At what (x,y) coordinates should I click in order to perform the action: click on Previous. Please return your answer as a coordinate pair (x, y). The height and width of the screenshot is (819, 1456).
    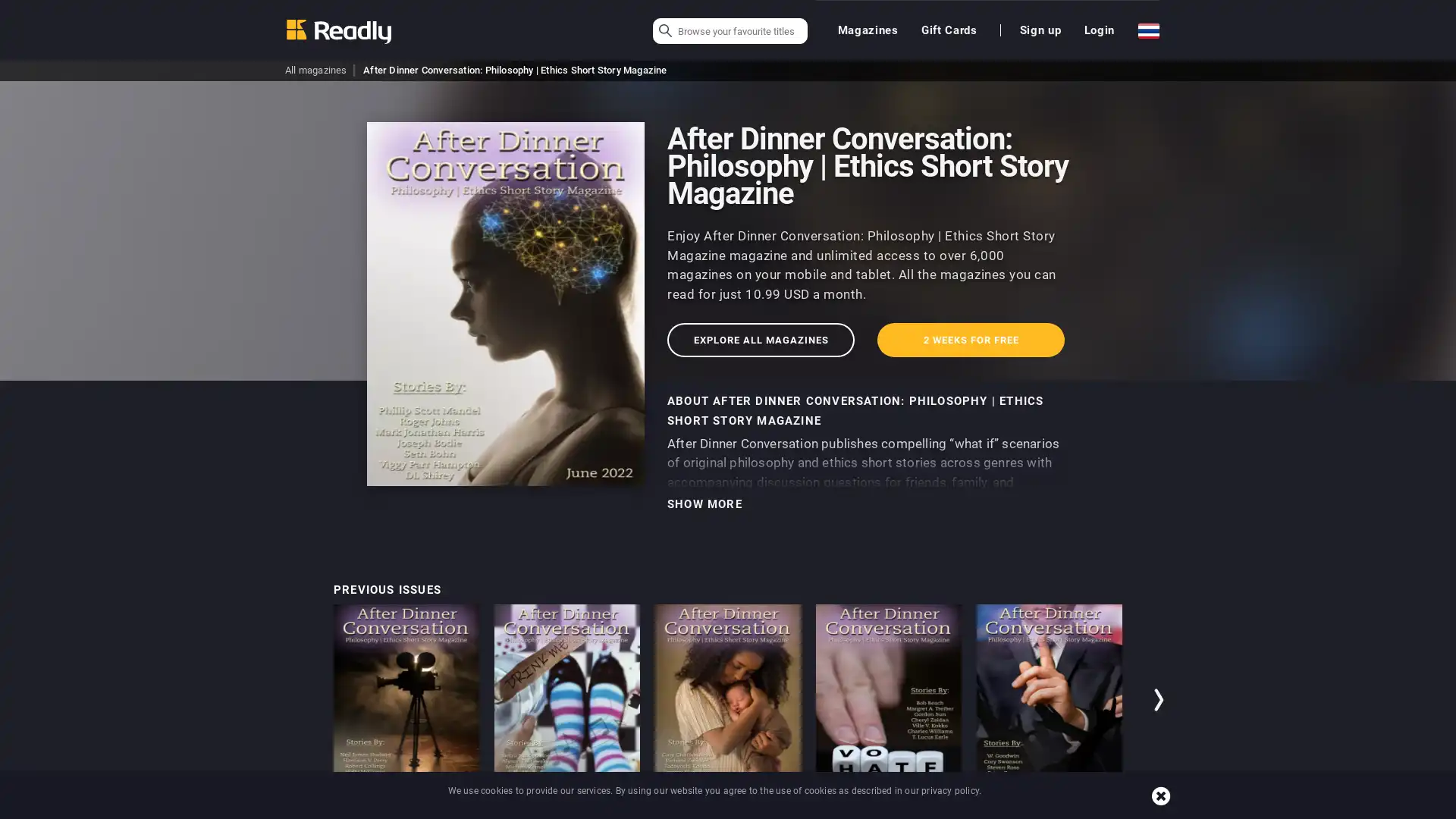
    Looking at the image, I should click on (295, 699).